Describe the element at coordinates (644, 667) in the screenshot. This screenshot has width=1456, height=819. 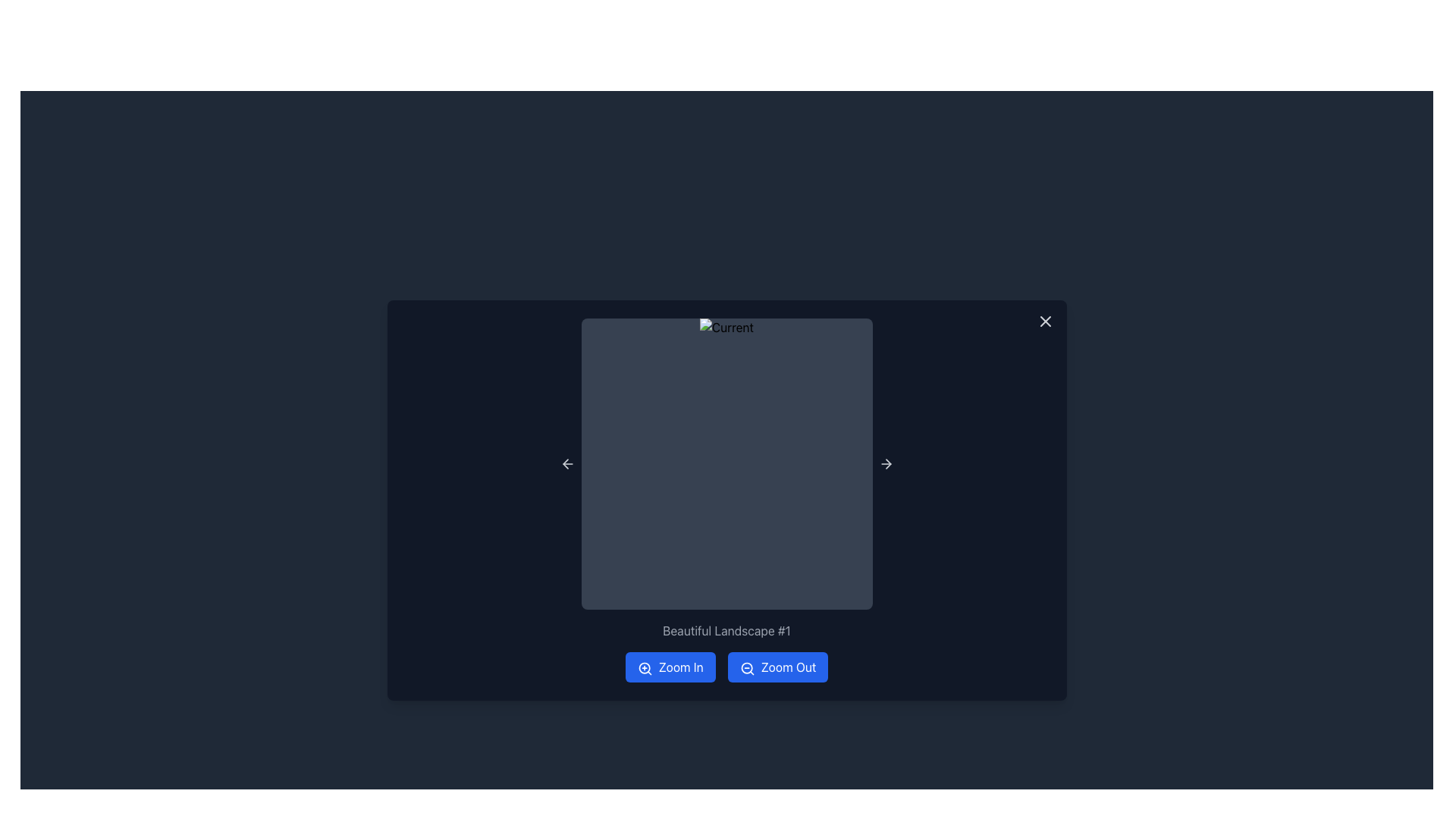
I see `the graphical representation of the circular zoom icon with a blue base and a red core, located to the left of the 'Zoom In' button at the bottom of the modal interface` at that location.